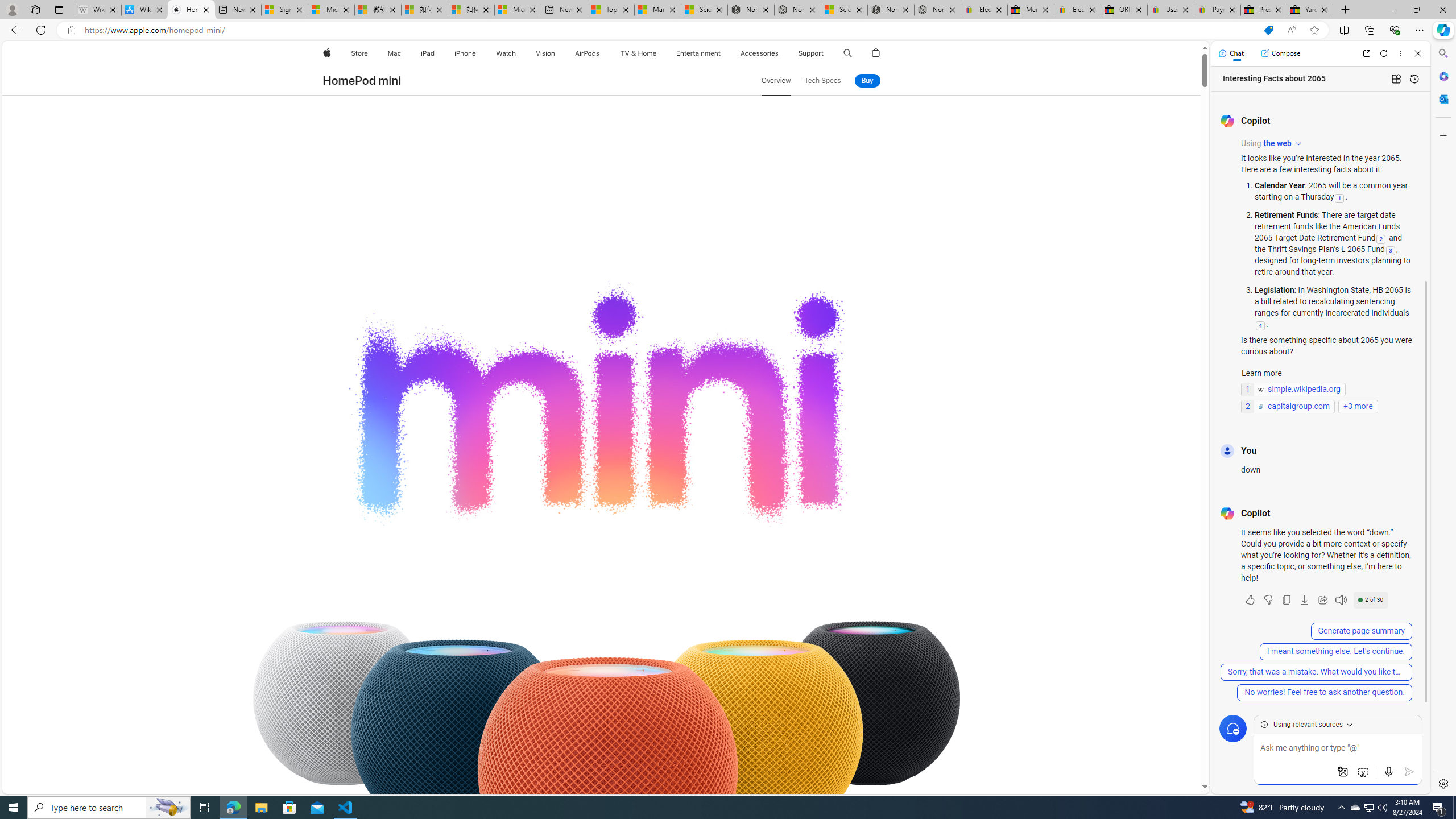  What do you see at coordinates (825, 53) in the screenshot?
I see `'Support menu'` at bounding box center [825, 53].